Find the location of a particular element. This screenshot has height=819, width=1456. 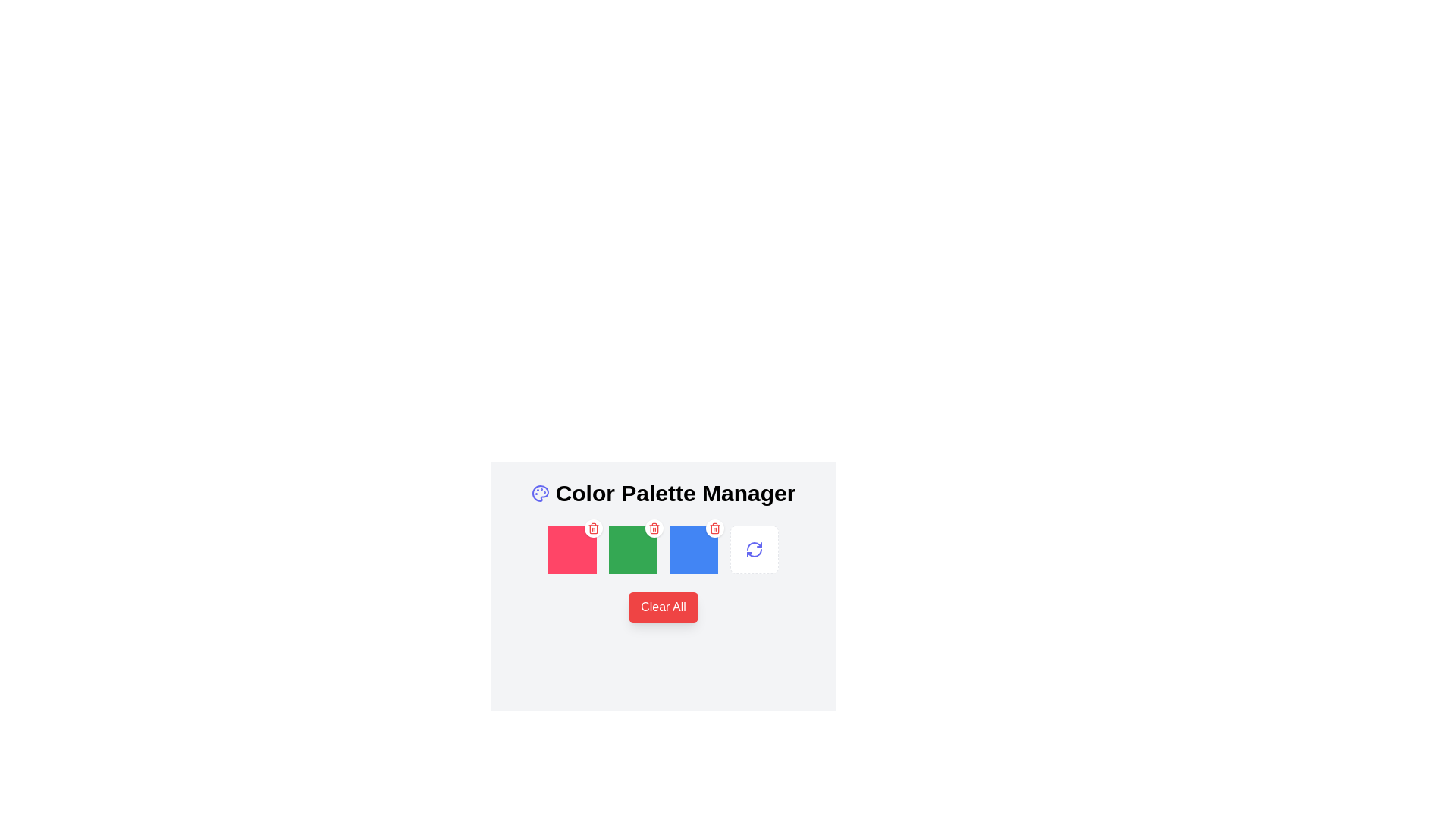

the decorative icon representing the 'Color Palette Manager' section, located to the immediate left of the text is located at coordinates (540, 494).